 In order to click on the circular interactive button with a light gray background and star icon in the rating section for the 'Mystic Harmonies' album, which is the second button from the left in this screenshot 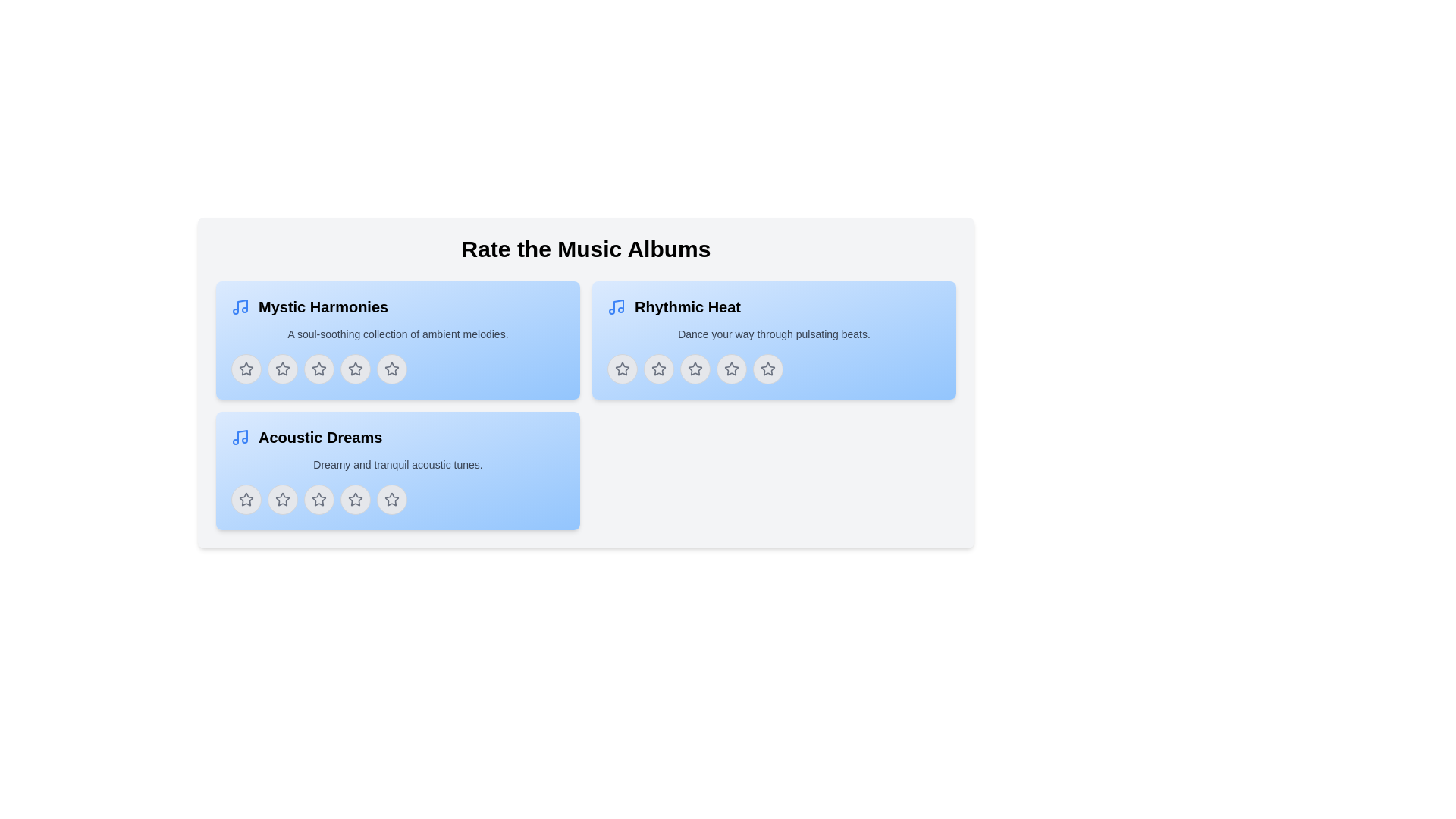, I will do `click(283, 369)`.